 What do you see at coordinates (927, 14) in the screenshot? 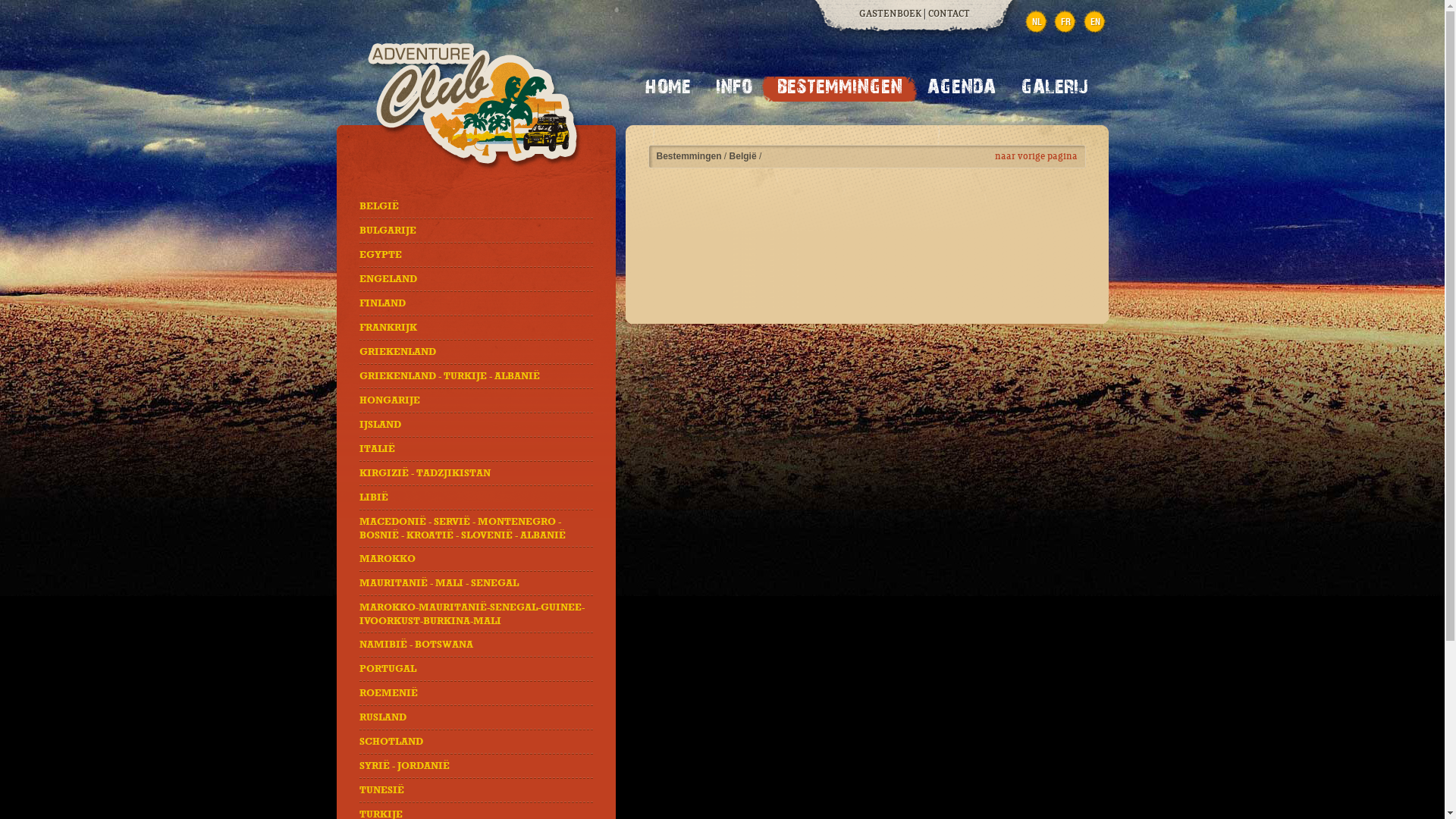
I see `'CONTACT'` at bounding box center [927, 14].